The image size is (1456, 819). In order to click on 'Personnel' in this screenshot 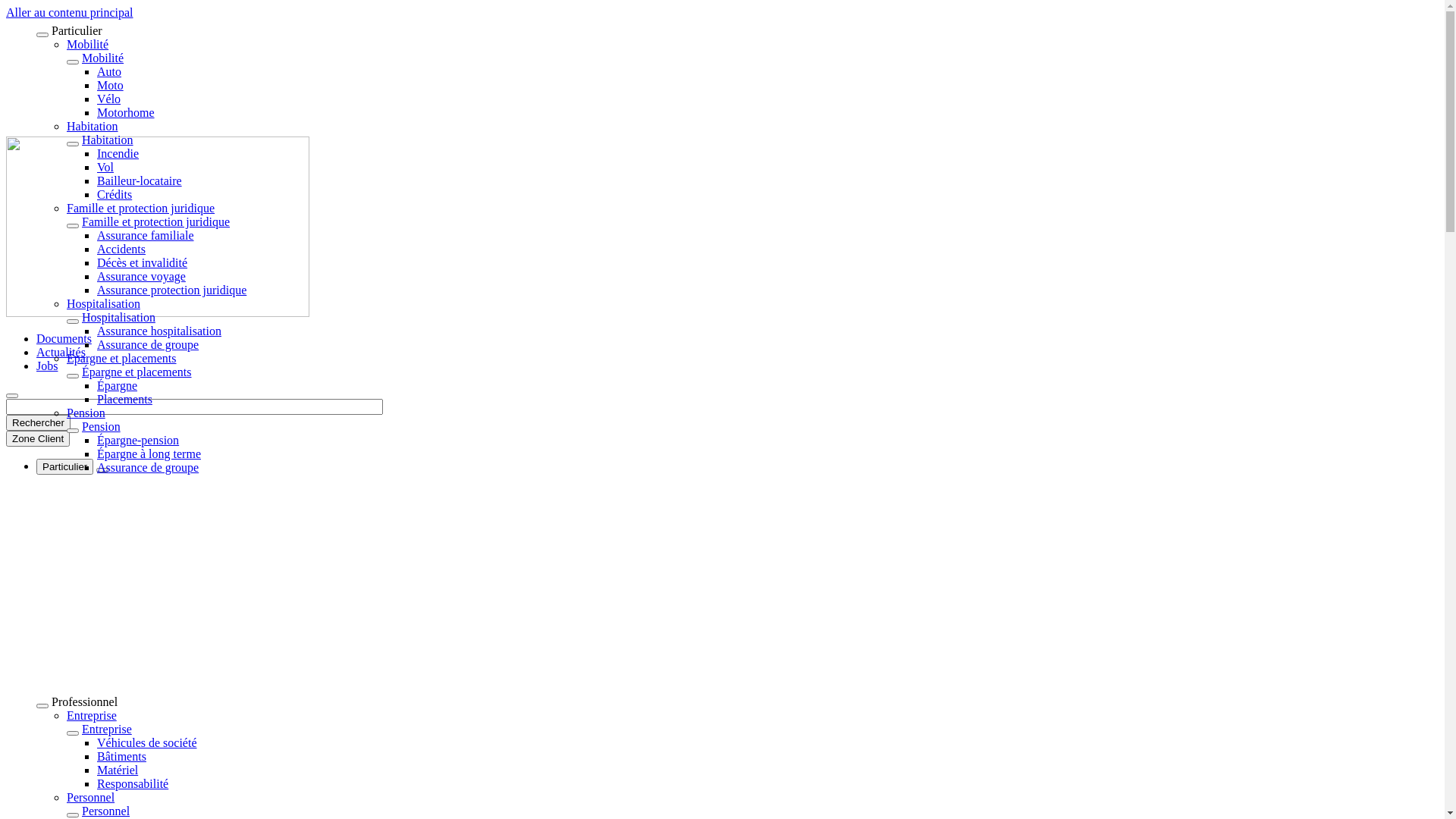, I will do `click(105, 810)`.